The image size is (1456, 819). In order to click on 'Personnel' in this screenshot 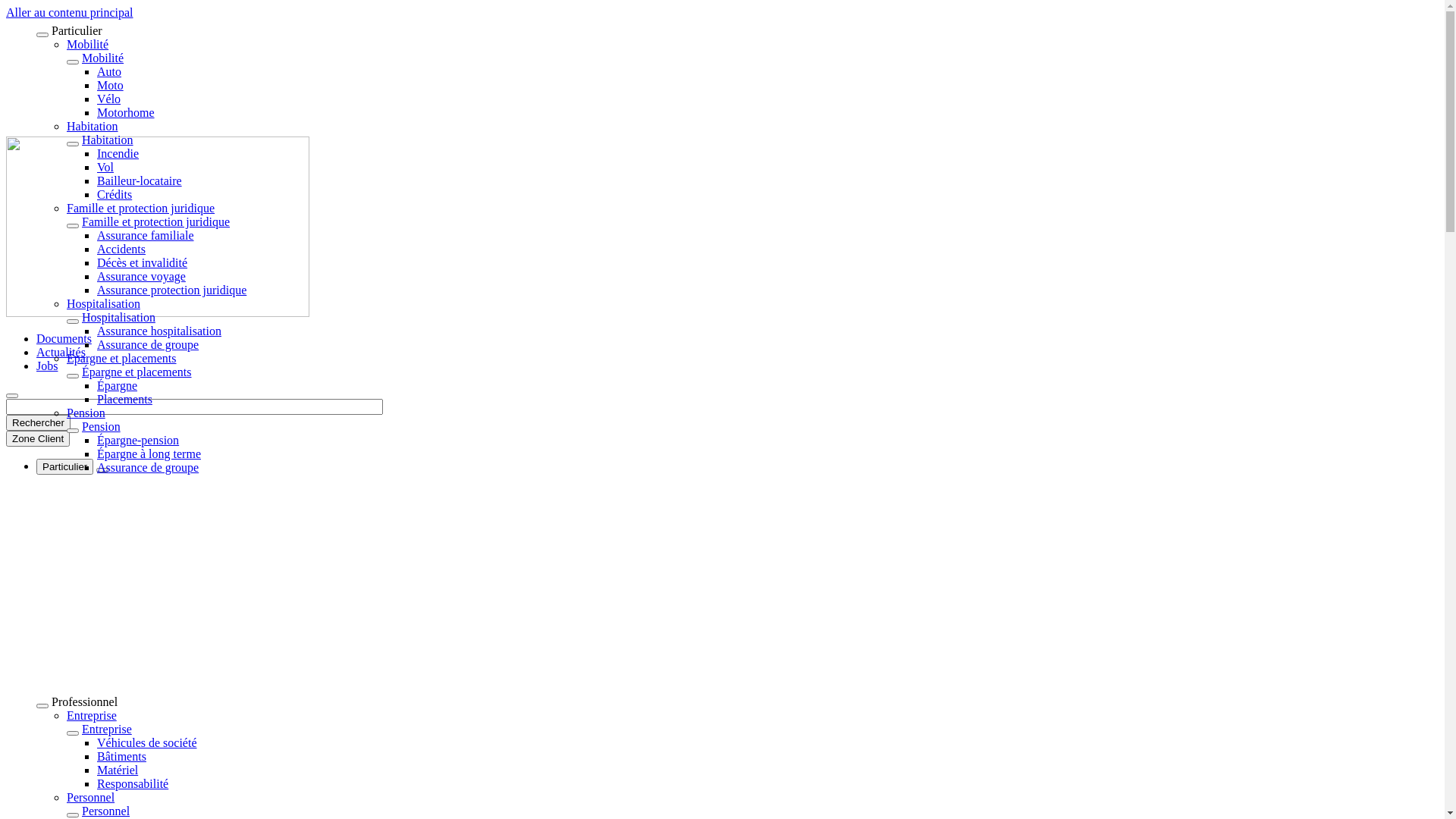, I will do `click(105, 810)`.